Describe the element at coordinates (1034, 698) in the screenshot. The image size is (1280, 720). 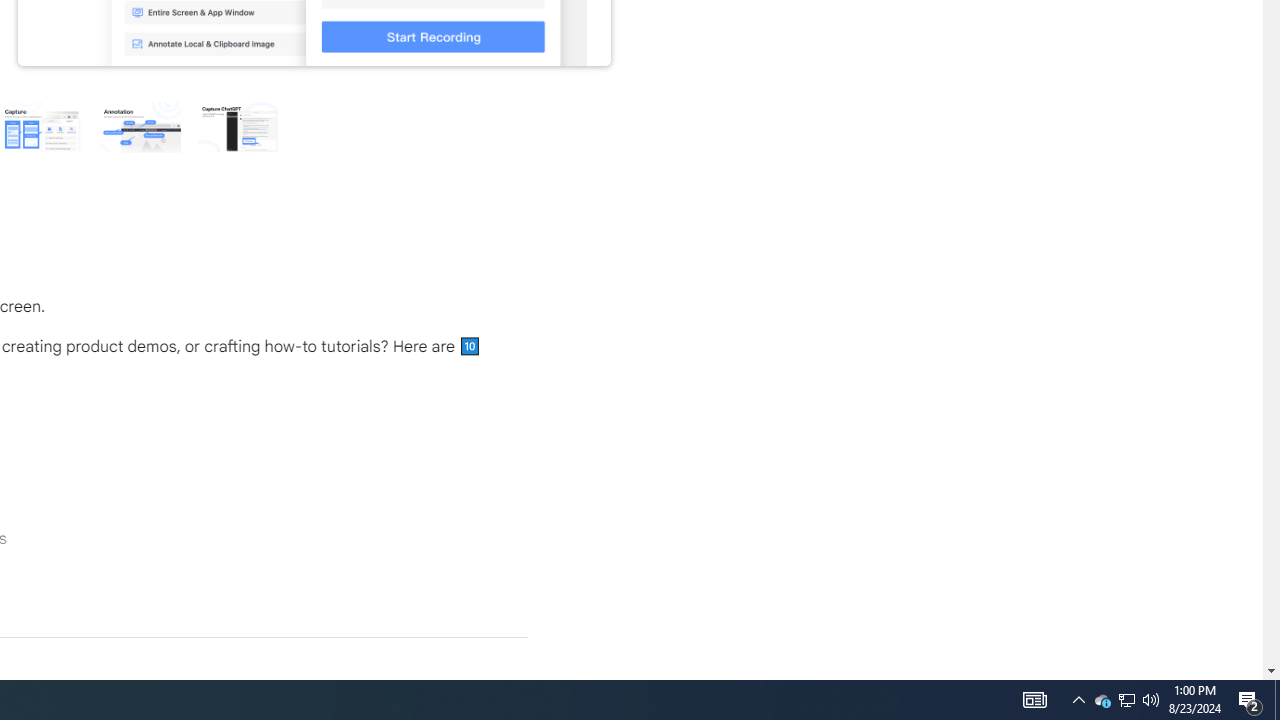
I see `'AutomationID: 4105'` at that location.